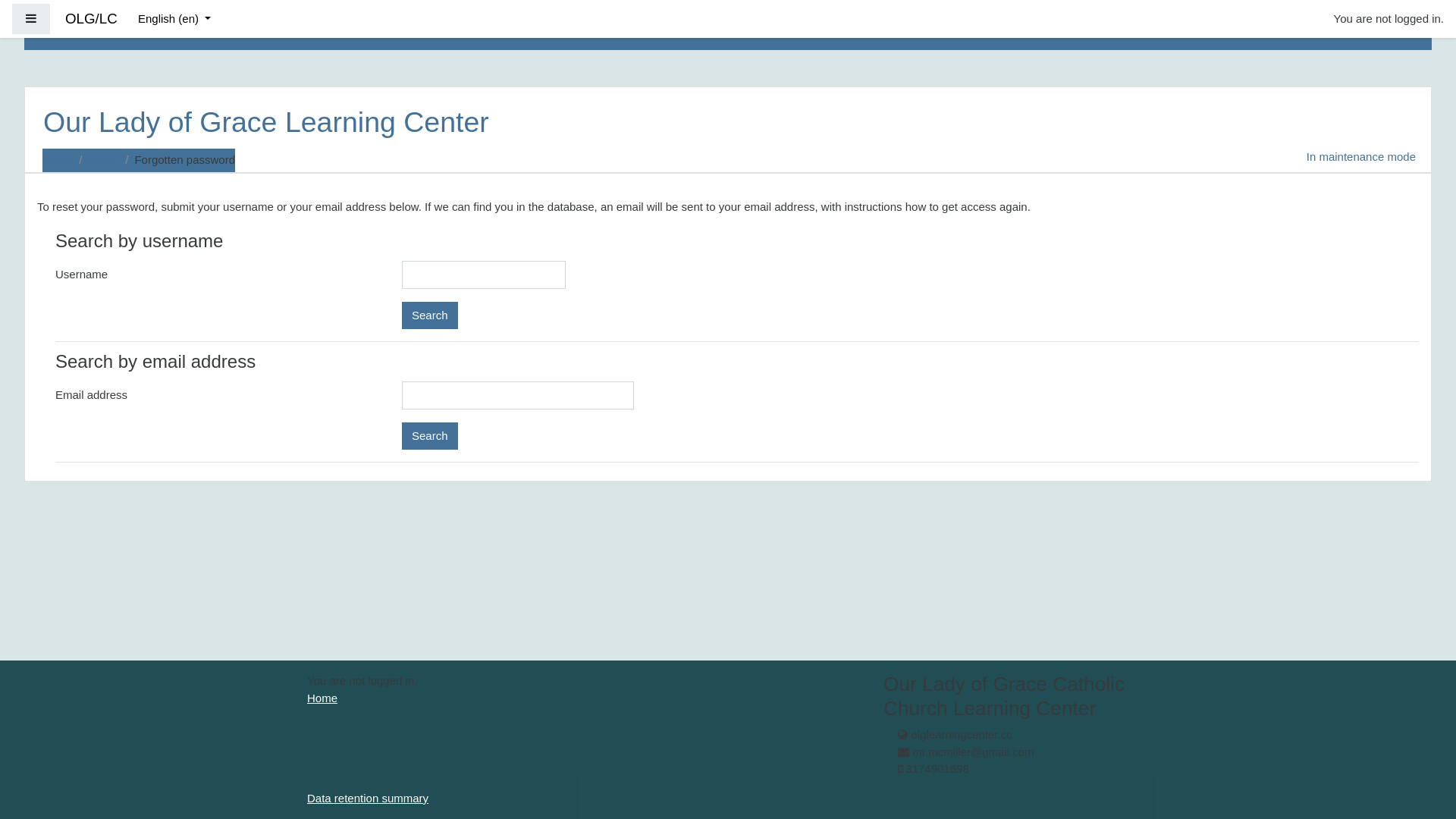 The image size is (1456, 819). What do you see at coordinates (428, 435) in the screenshot?
I see `'Search'` at bounding box center [428, 435].